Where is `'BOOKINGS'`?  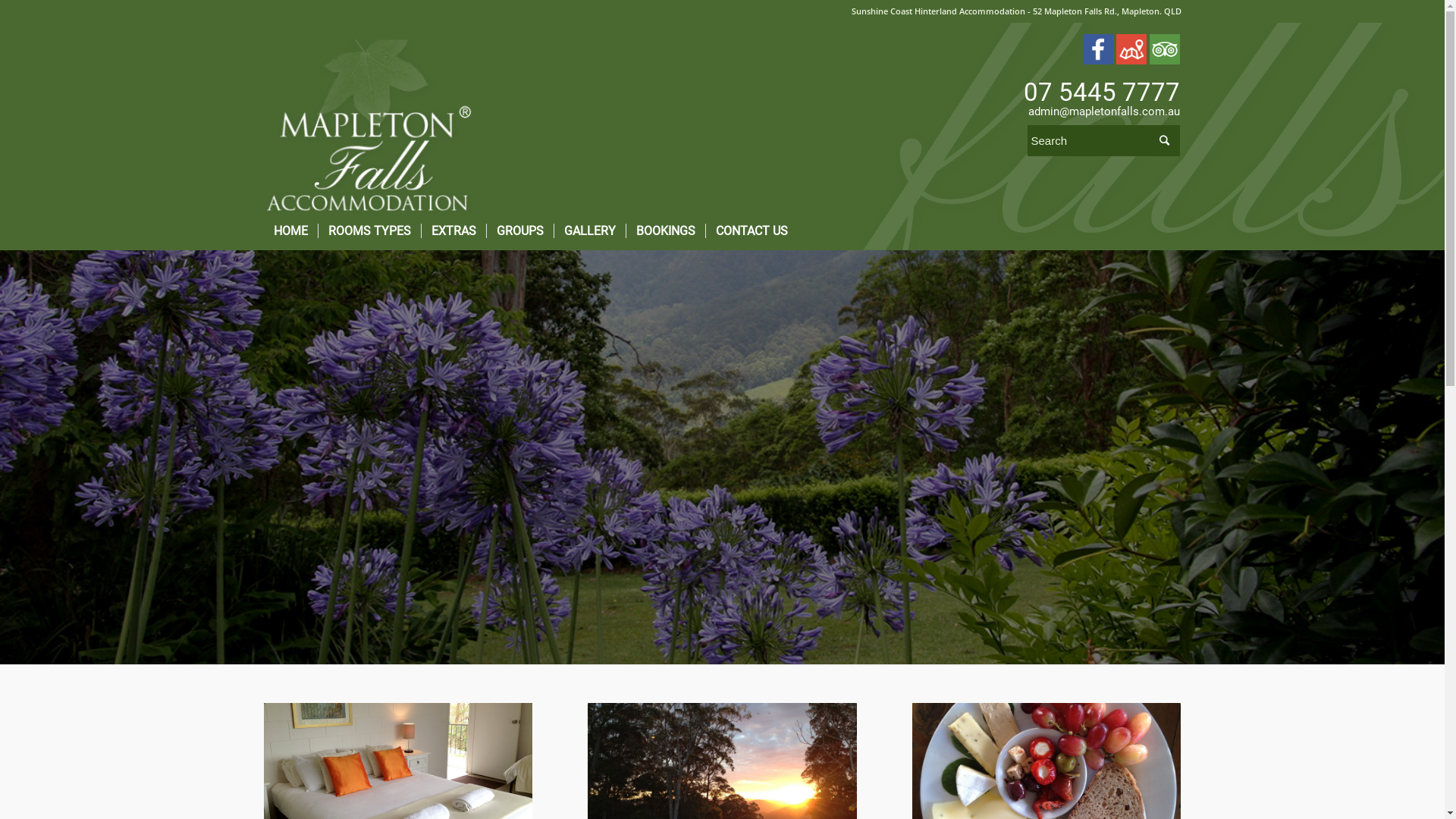
'BOOKINGS' is located at coordinates (664, 231).